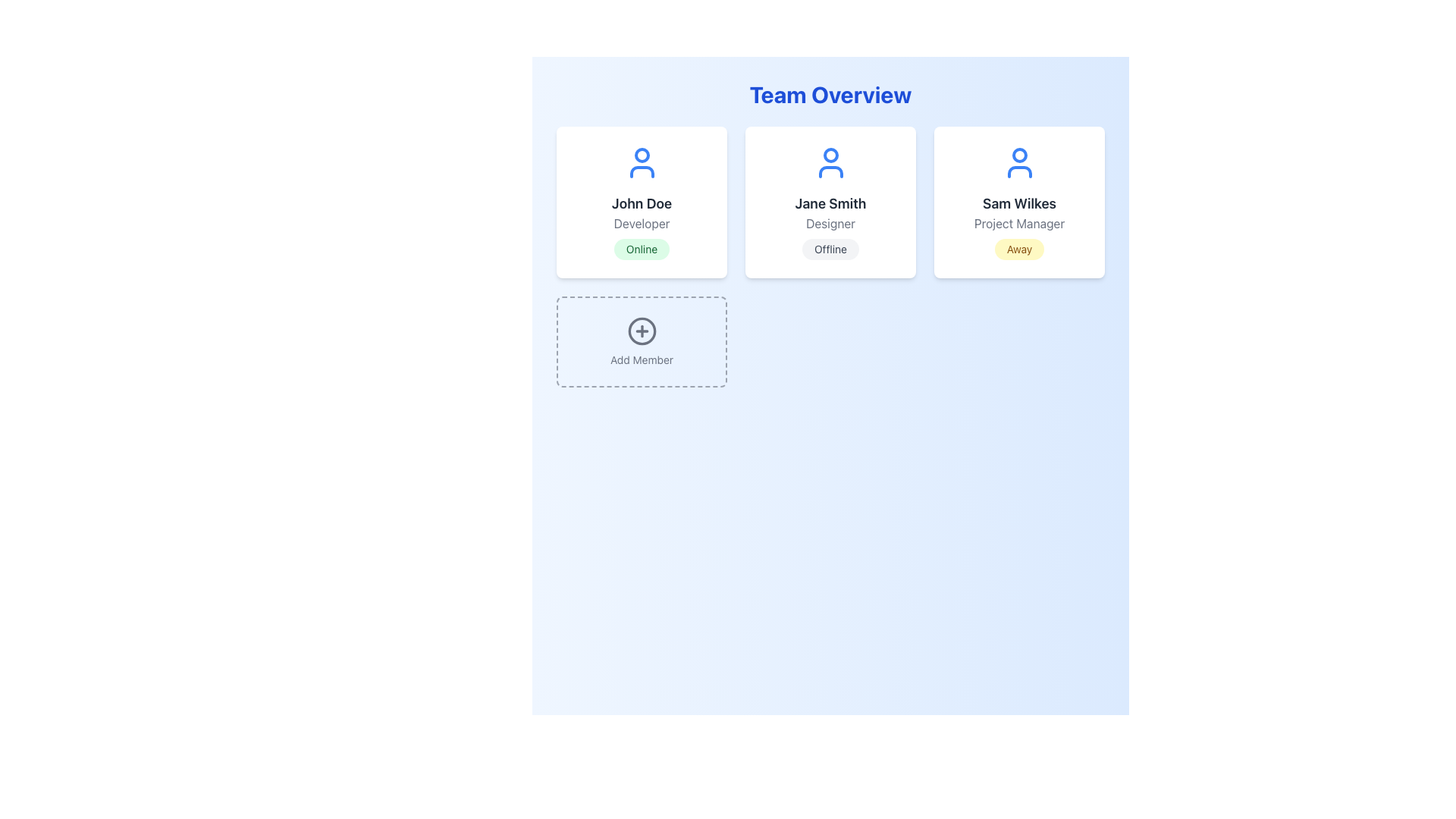 This screenshot has height=819, width=1456. Describe the element at coordinates (830, 171) in the screenshot. I see `the line art icon depicting shoulders and an upper torso located in the second user profile card labeled 'Jane Smith - Designer' marked with 'Offline' status` at that location.